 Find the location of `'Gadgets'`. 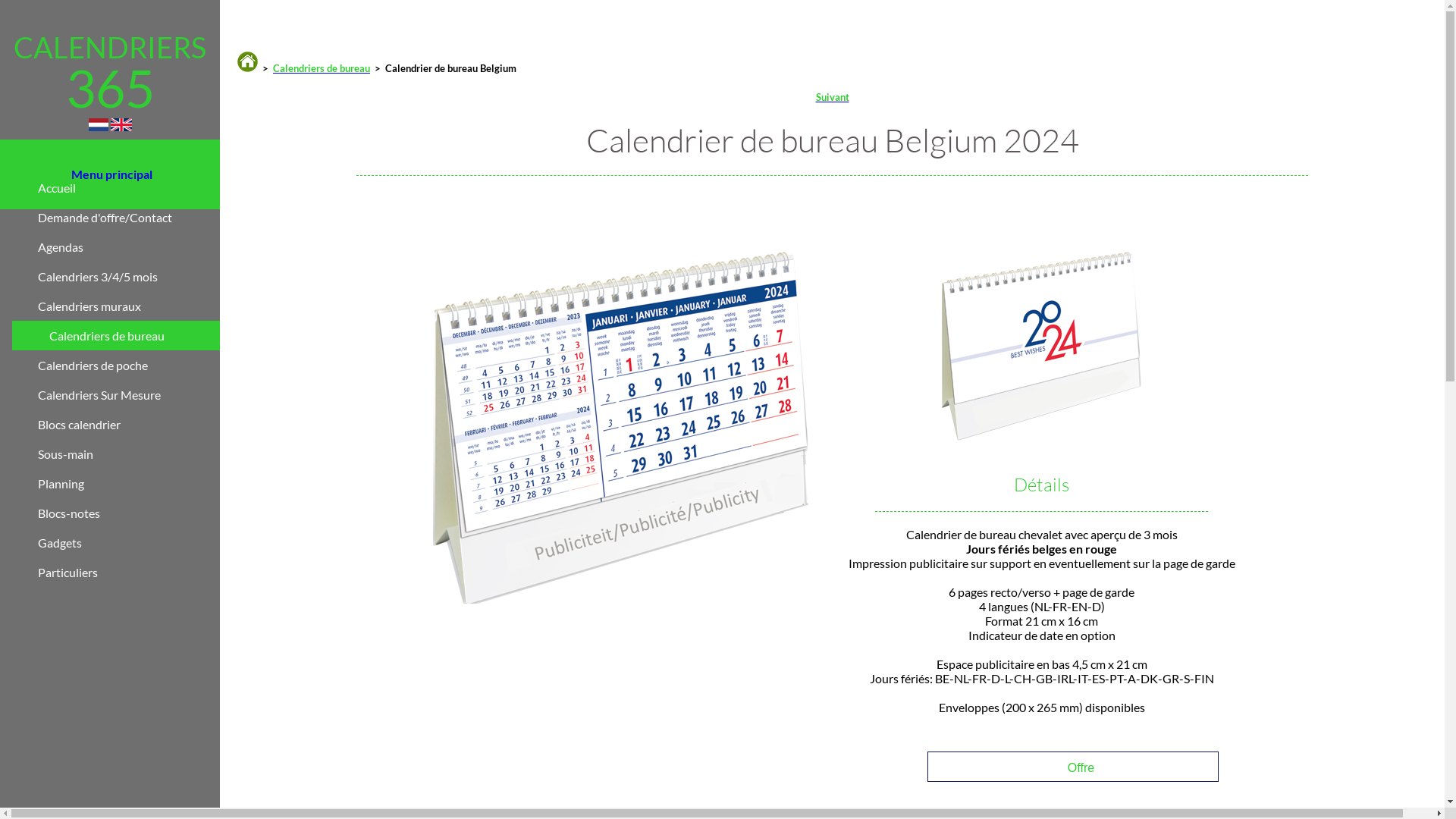

'Gadgets' is located at coordinates (128, 541).